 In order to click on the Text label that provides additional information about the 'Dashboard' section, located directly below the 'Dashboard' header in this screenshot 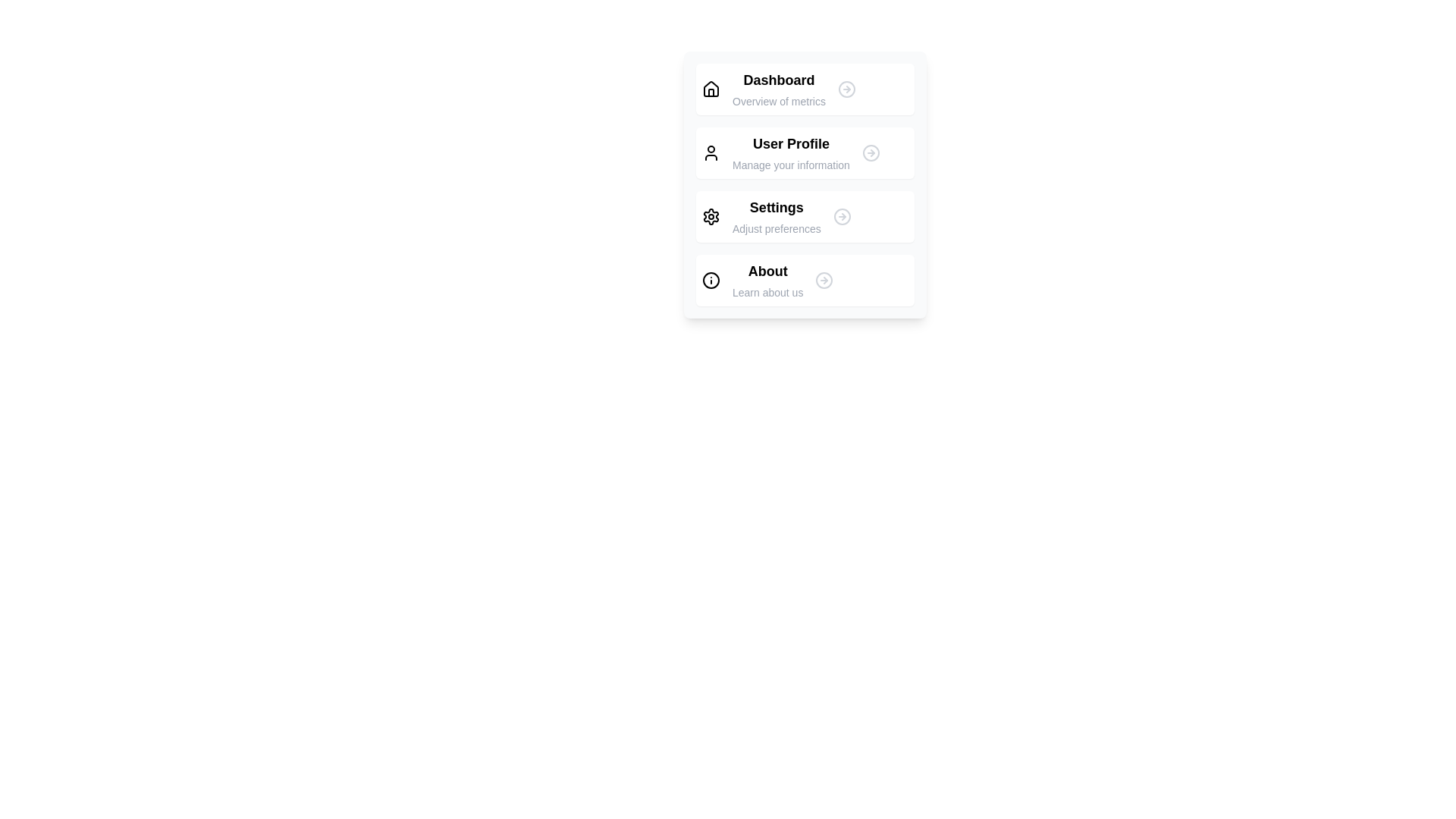, I will do `click(779, 102)`.